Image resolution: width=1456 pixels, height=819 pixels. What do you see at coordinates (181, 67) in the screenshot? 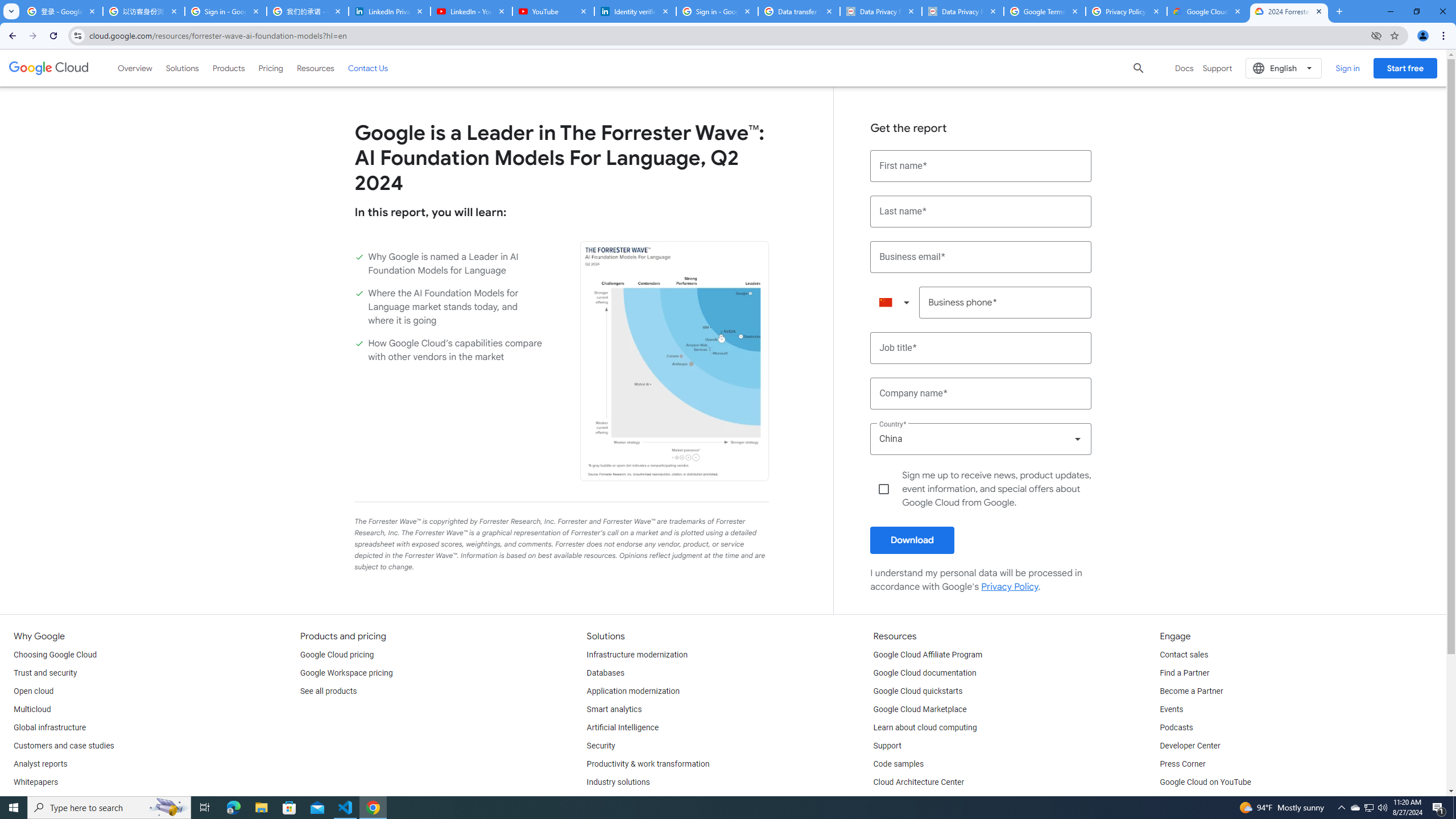
I see `'Solutions'` at bounding box center [181, 67].